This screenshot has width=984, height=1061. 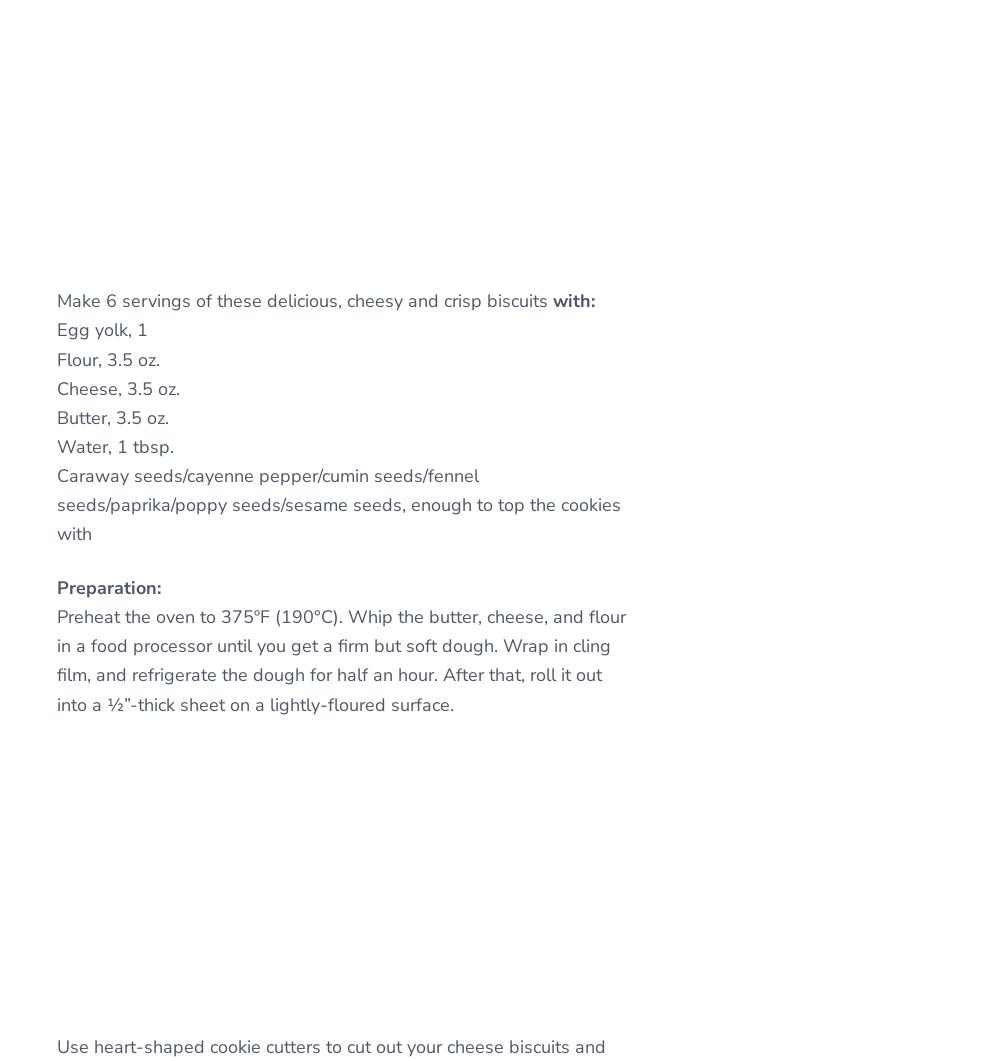 I want to click on 'Butter, 3.5 oz.', so click(x=55, y=416).